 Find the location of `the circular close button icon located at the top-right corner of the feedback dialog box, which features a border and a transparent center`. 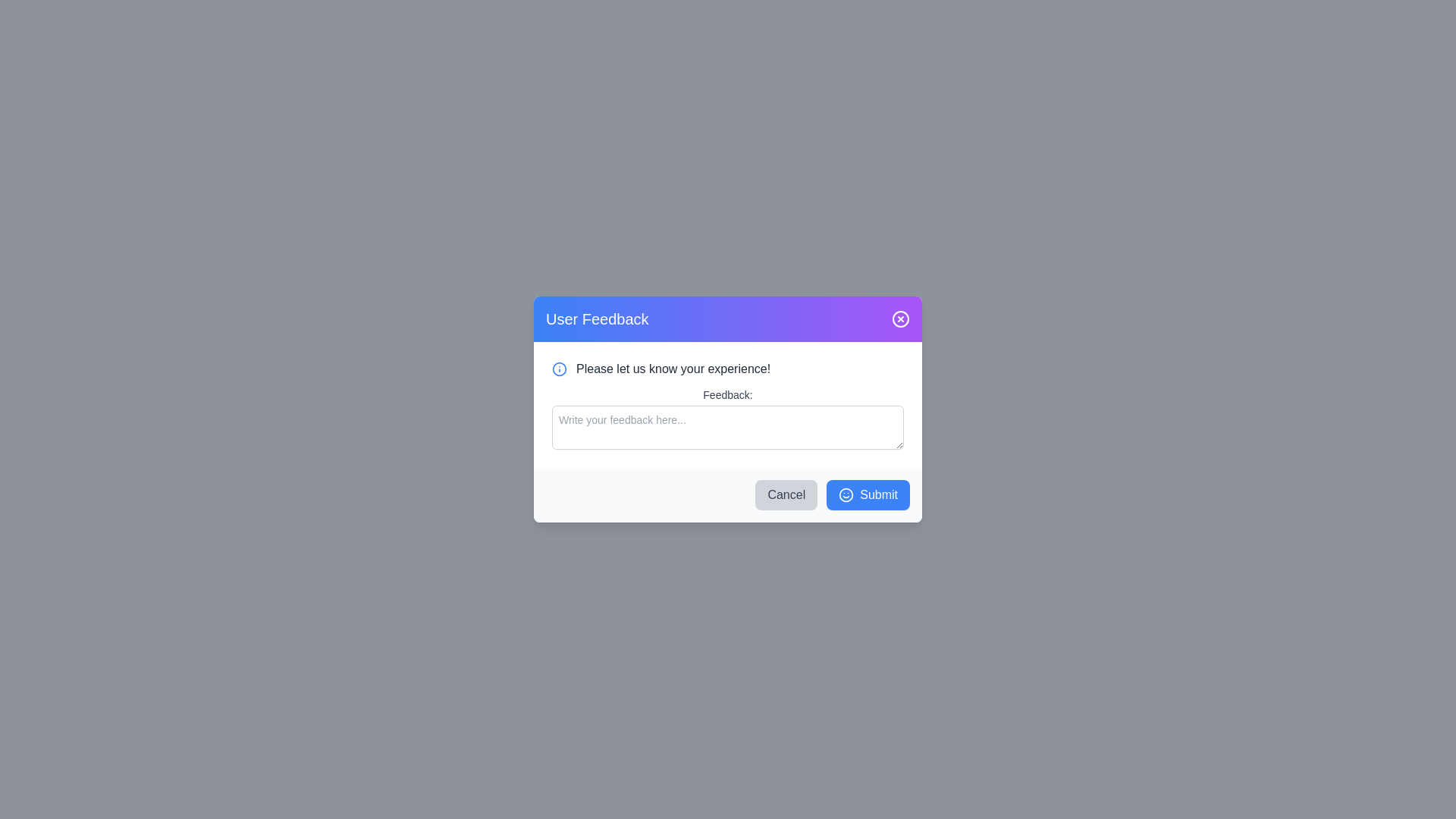

the circular close button icon located at the top-right corner of the feedback dialog box, which features a border and a transparent center is located at coordinates (901, 318).